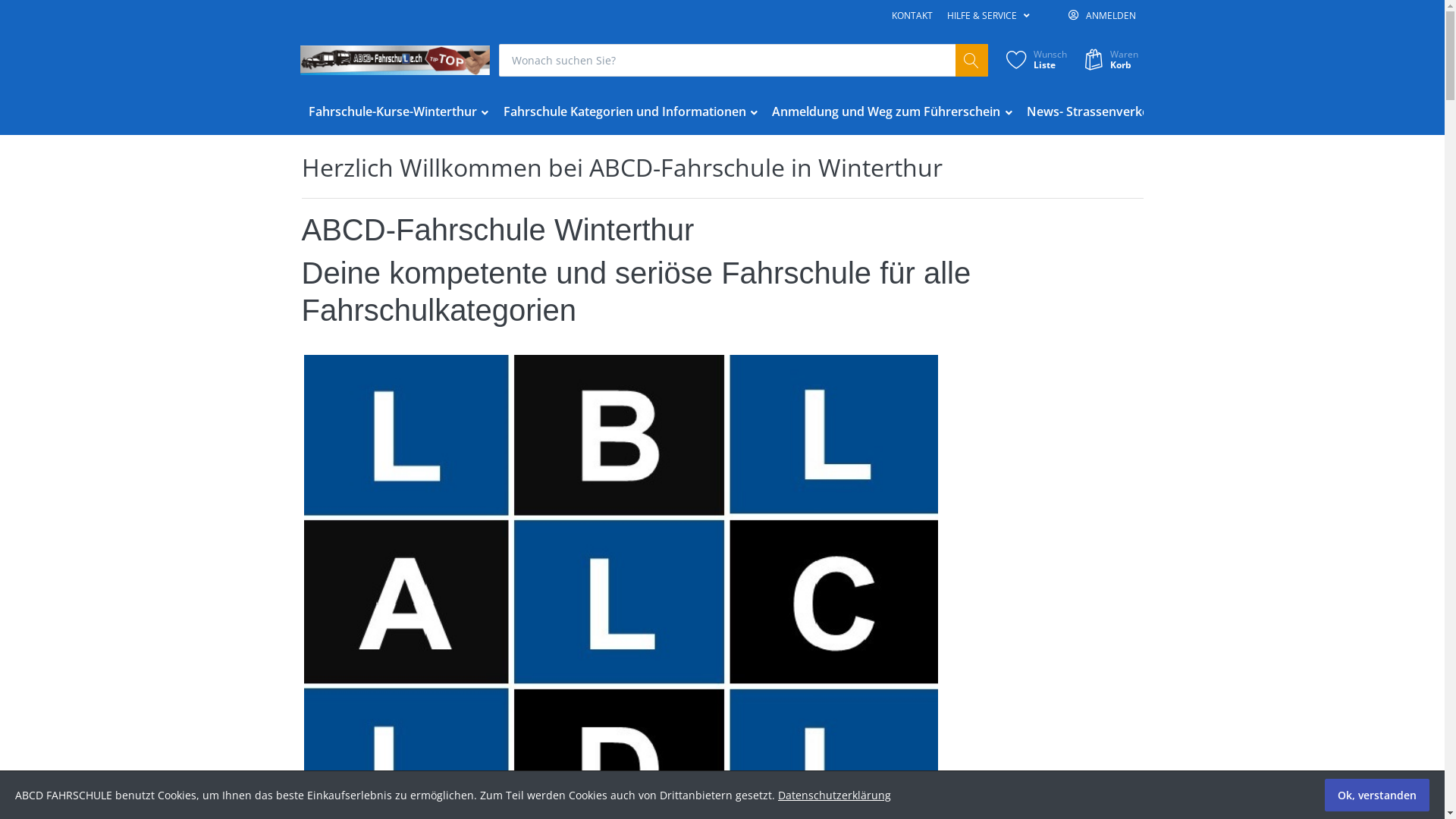 This screenshot has width=1456, height=819. What do you see at coordinates (395, 59) in the screenshot?
I see `'ABCD FAHRSCHULE'` at bounding box center [395, 59].